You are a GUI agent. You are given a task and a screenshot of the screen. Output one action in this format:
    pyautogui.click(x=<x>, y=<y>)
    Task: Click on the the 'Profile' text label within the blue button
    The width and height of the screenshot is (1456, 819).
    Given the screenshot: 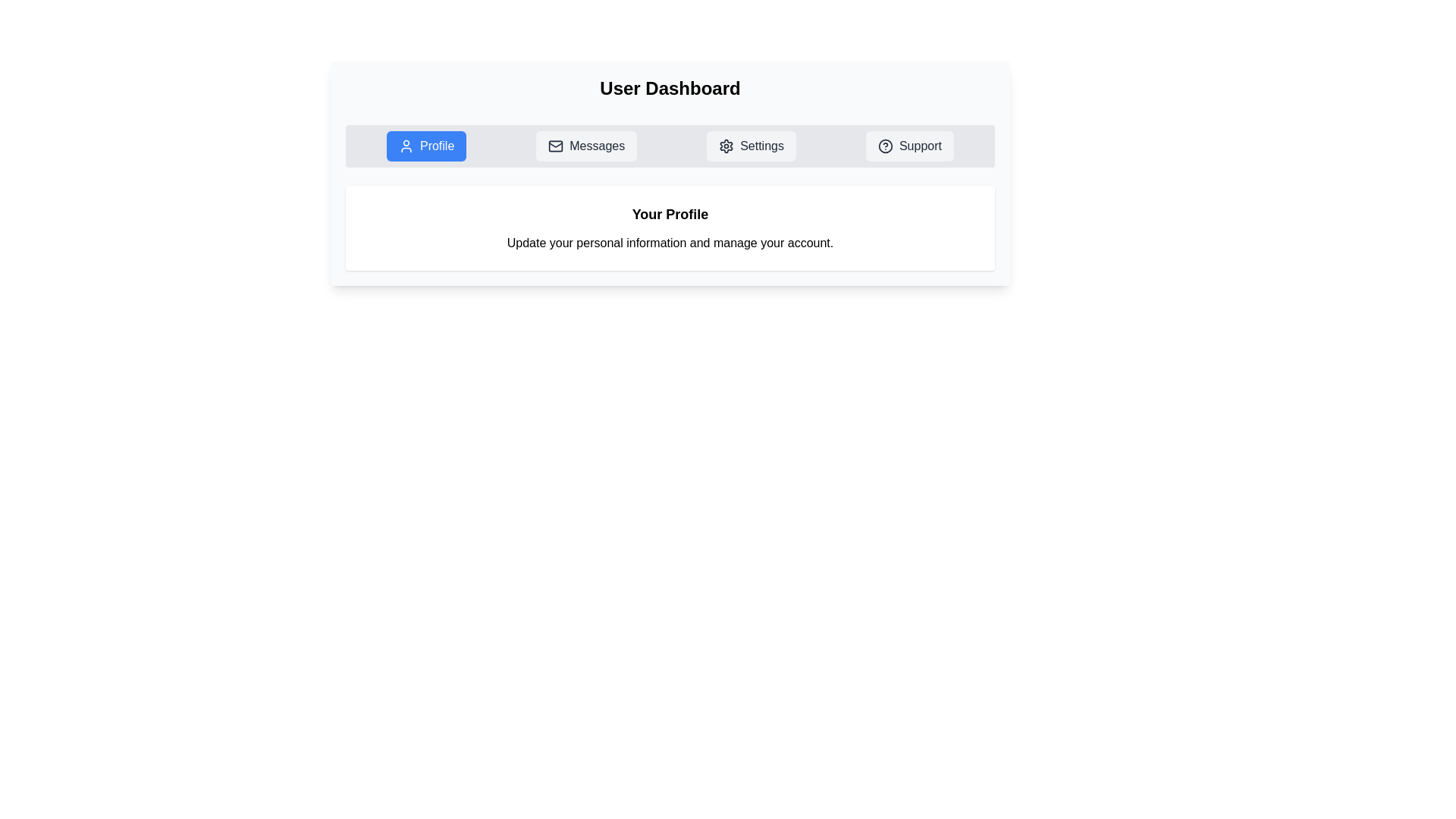 What is the action you would take?
    pyautogui.click(x=436, y=146)
    